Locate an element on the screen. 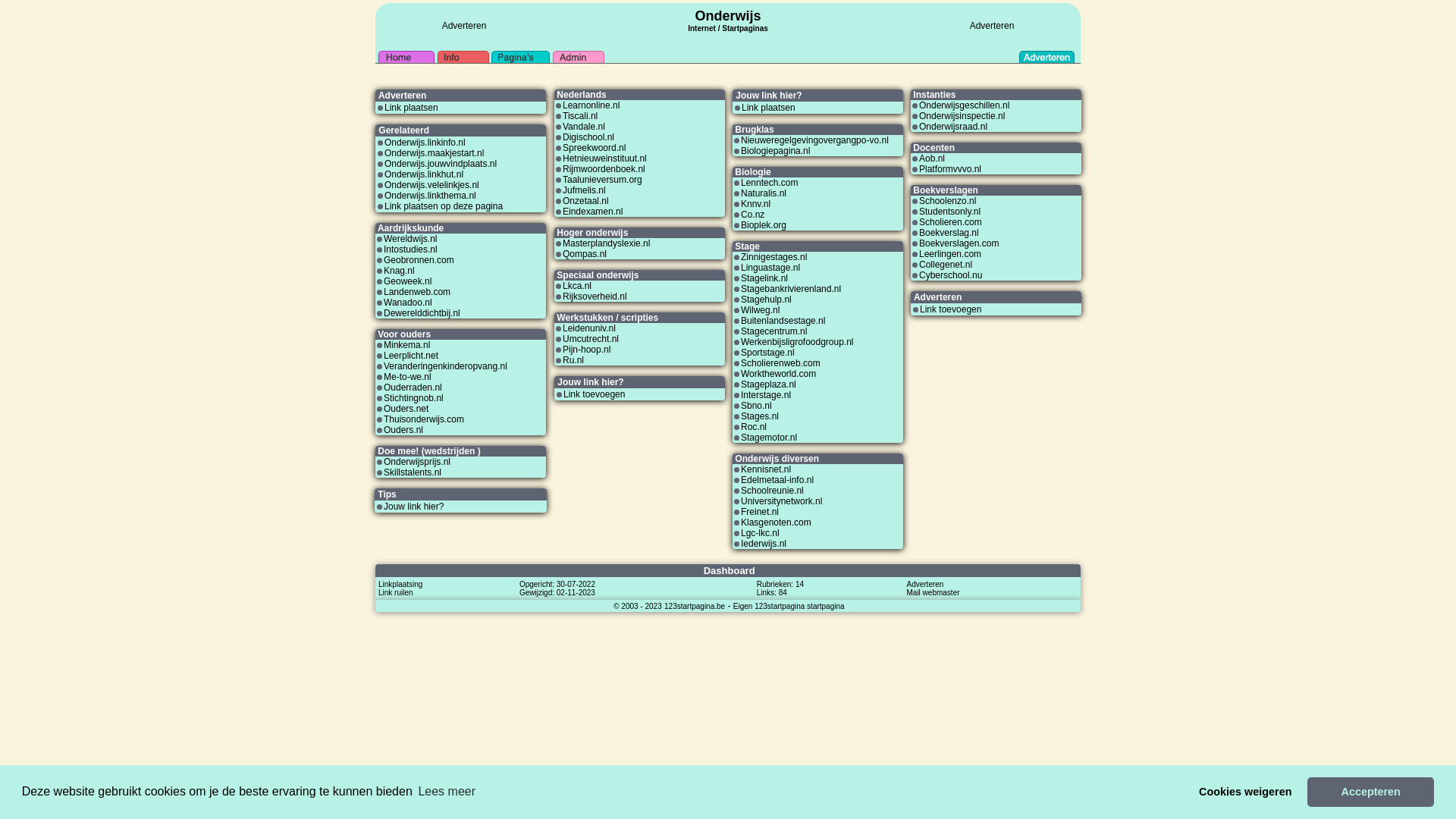  'Lgc-lkc.nl' is located at coordinates (760, 532).